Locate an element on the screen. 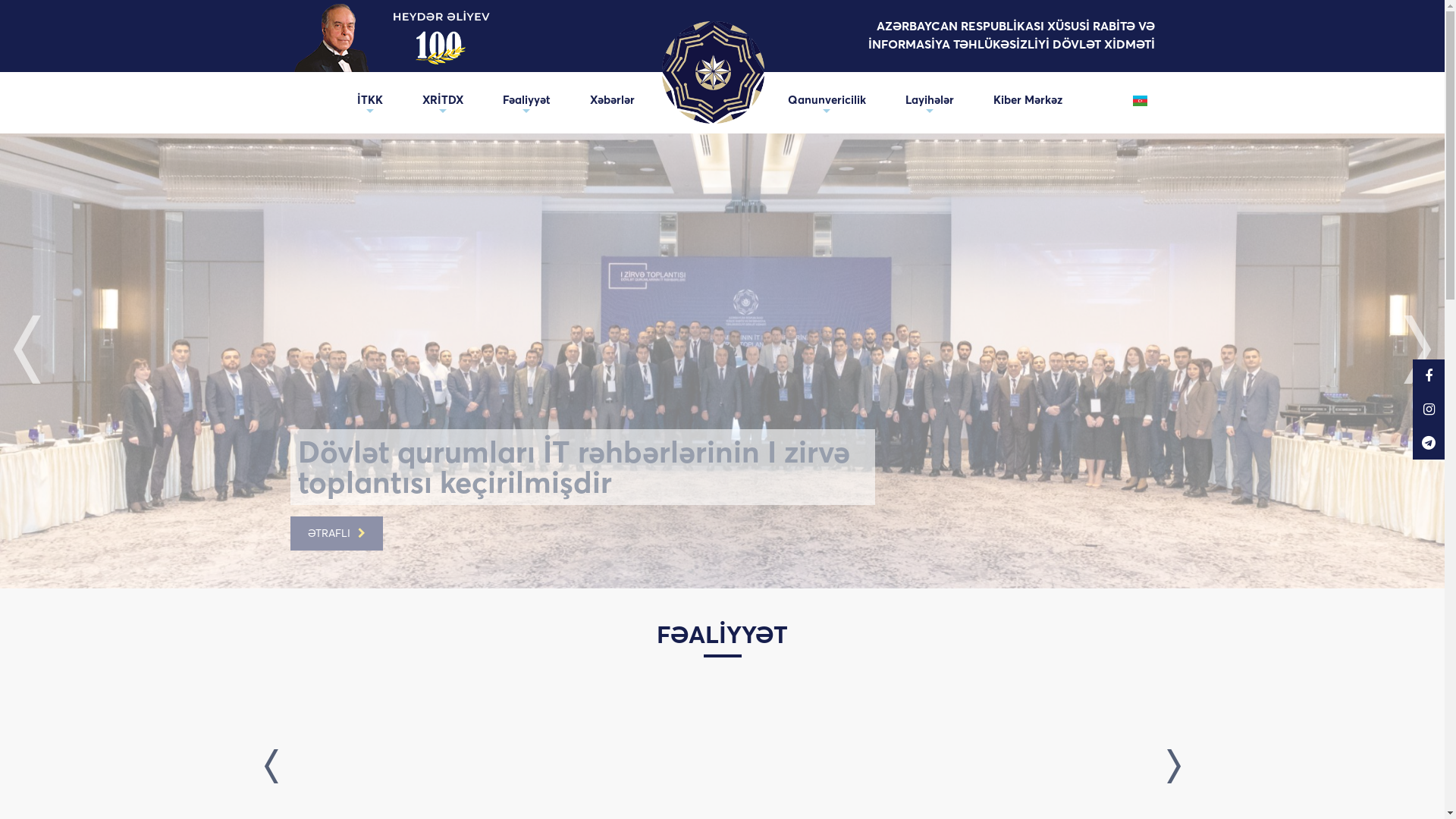  'Qanunvericilik' is located at coordinates (825, 99).